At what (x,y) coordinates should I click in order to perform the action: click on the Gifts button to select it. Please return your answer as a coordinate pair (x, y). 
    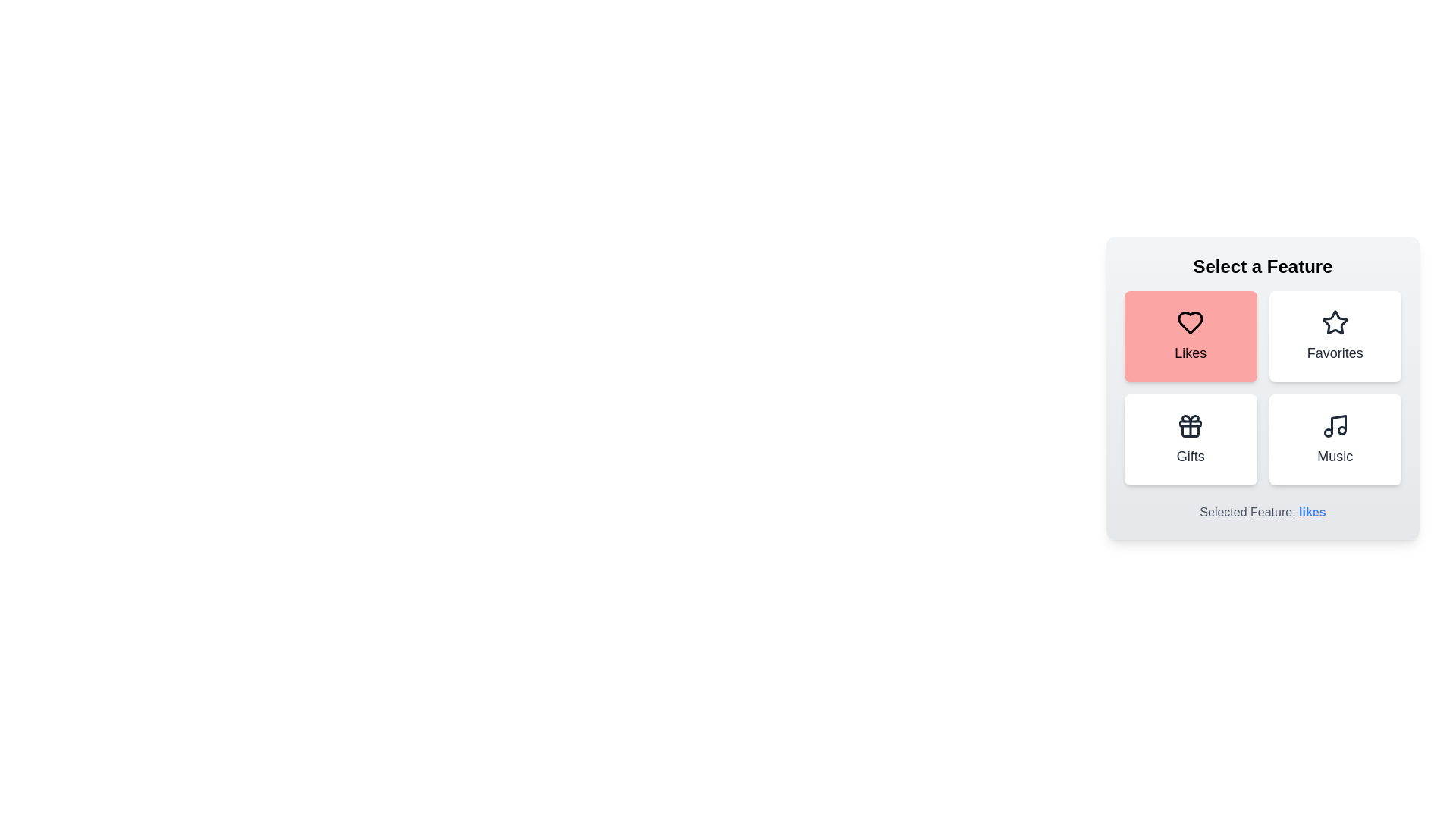
    Looking at the image, I should click on (1190, 439).